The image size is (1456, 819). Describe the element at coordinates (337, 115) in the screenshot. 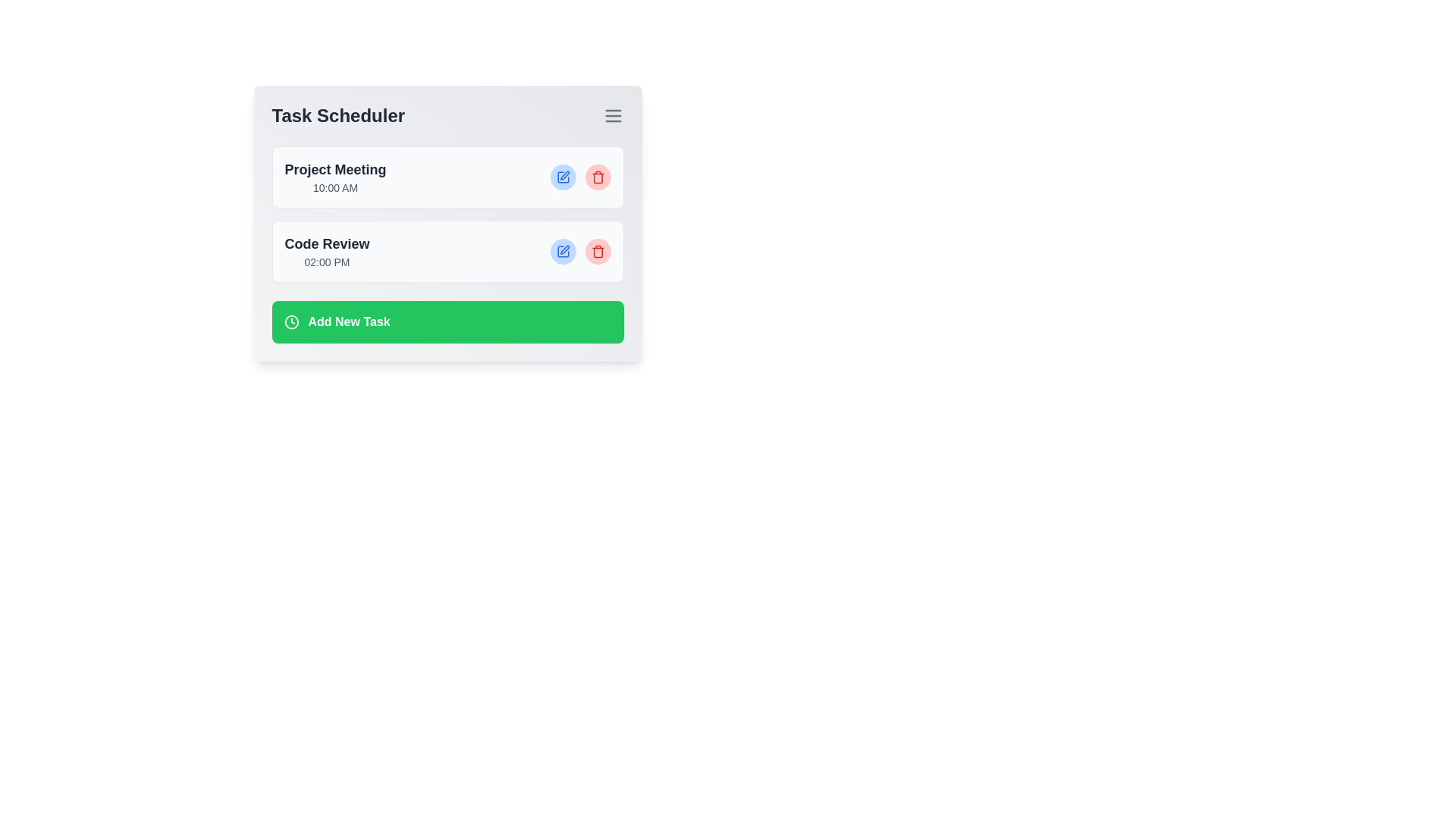

I see `the 'Task Scheduler' text label, which is styled in bold 2xl font and dark gray color, located at the upper left section of the interface` at that location.